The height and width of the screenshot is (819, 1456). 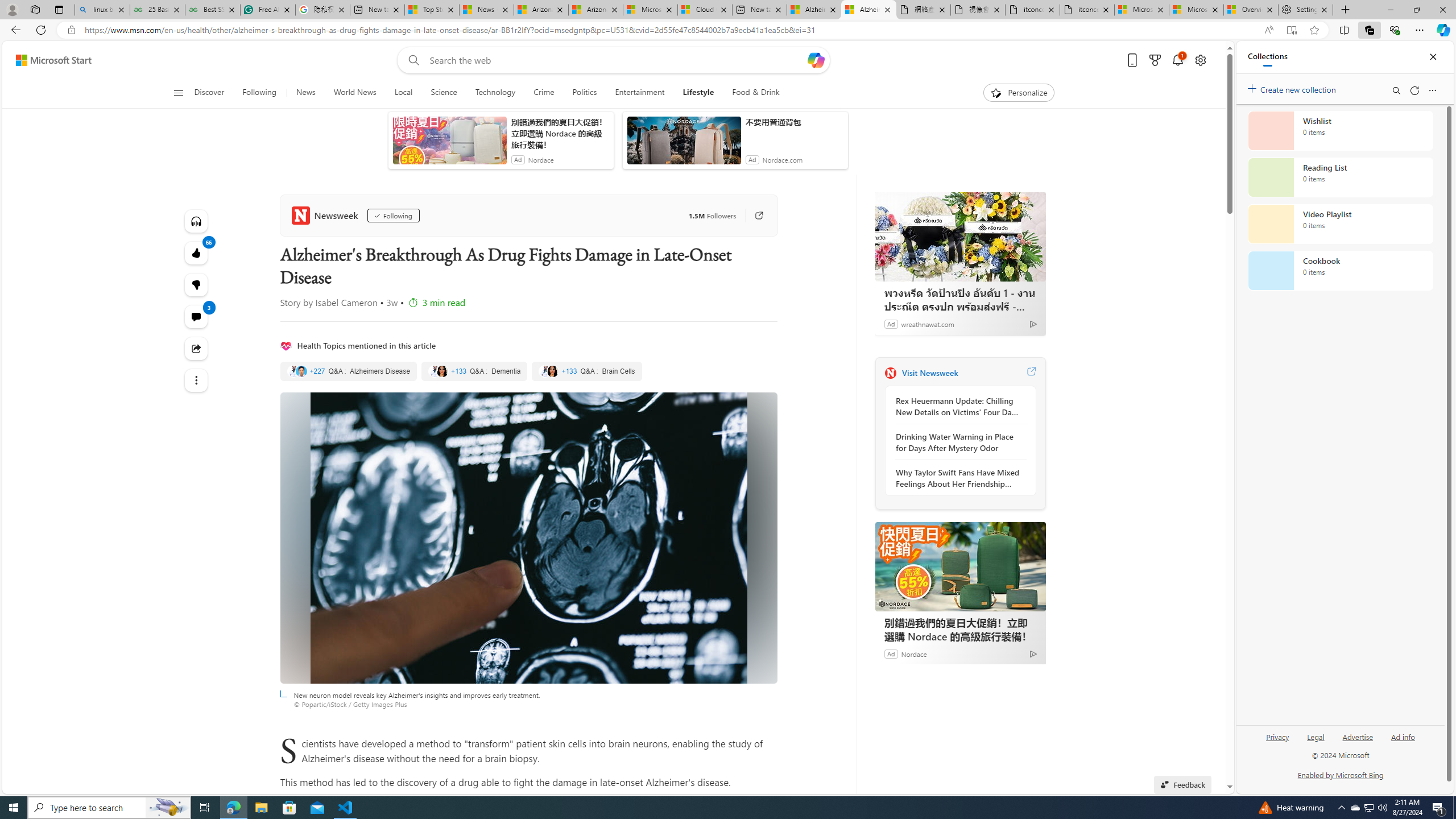 I want to click on 'Reading List collection, 0 items', so click(x=1340, y=176).